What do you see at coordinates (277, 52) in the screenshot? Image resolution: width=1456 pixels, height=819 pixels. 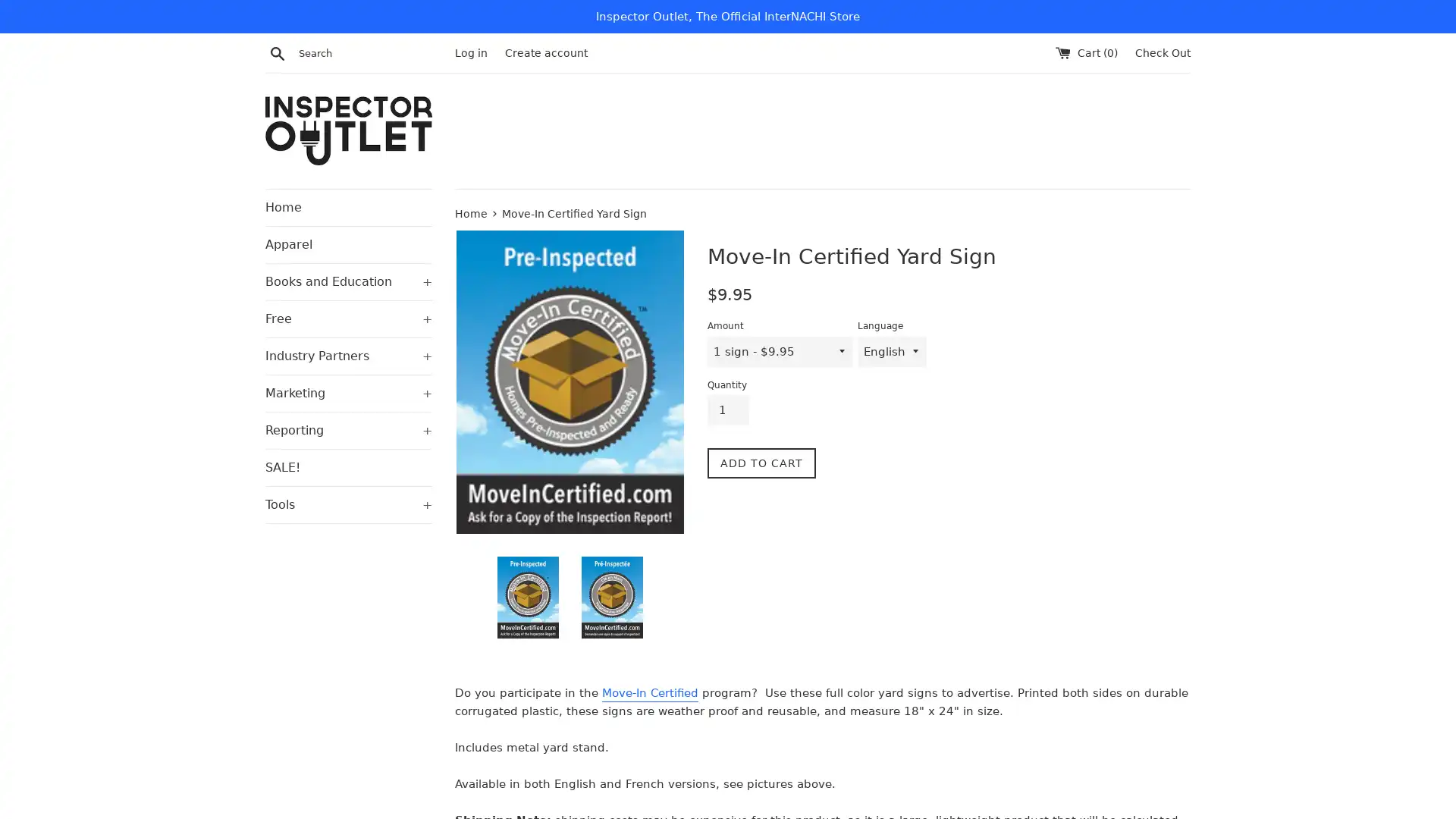 I see `Search` at bounding box center [277, 52].